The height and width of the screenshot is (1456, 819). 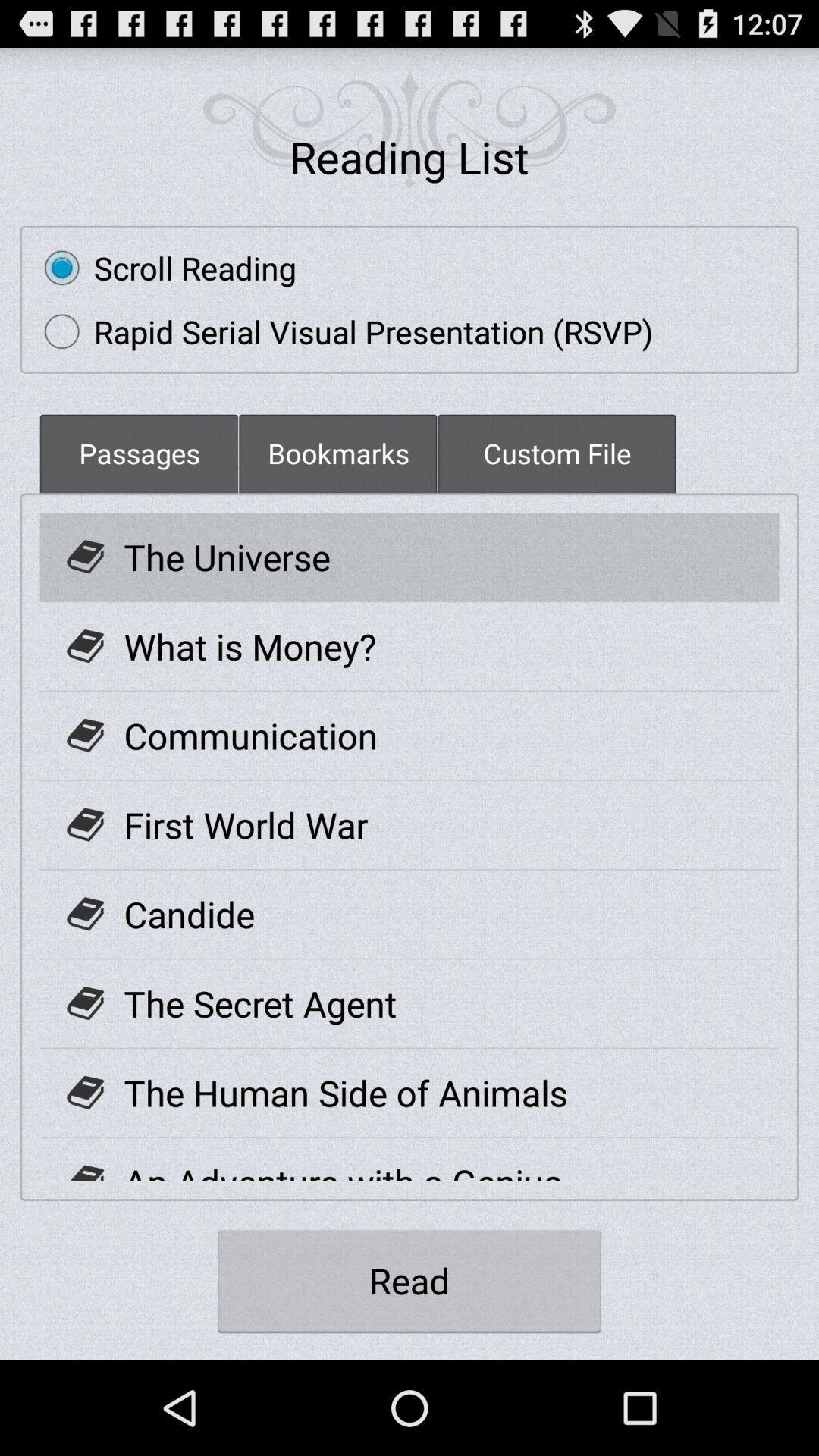 What do you see at coordinates (259, 1003) in the screenshot?
I see `the item below candide item` at bounding box center [259, 1003].